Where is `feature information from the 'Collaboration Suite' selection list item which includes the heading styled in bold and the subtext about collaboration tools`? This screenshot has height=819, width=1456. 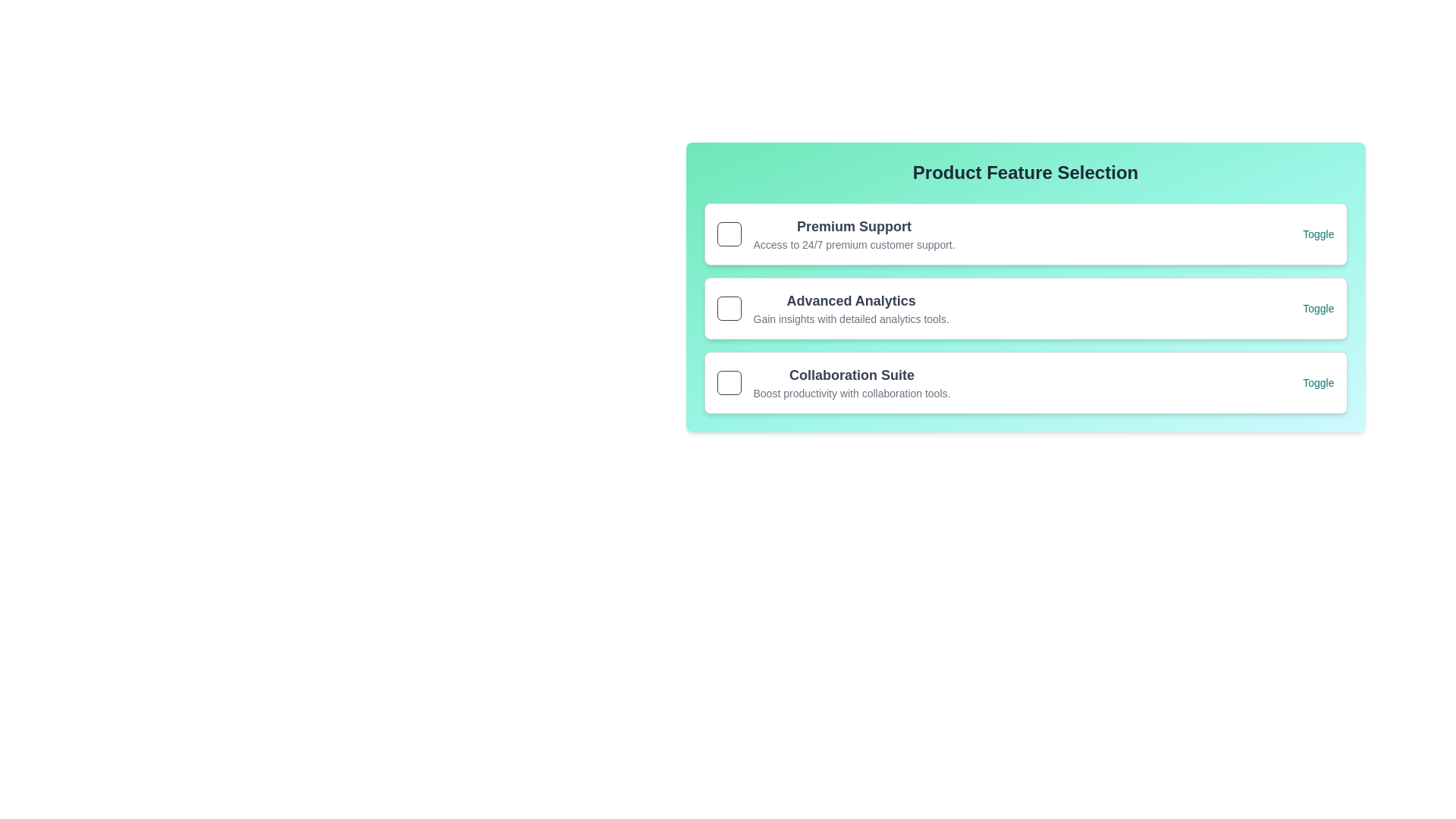
feature information from the 'Collaboration Suite' selection list item which includes the heading styled in bold and the subtext about collaboration tools is located at coordinates (833, 382).